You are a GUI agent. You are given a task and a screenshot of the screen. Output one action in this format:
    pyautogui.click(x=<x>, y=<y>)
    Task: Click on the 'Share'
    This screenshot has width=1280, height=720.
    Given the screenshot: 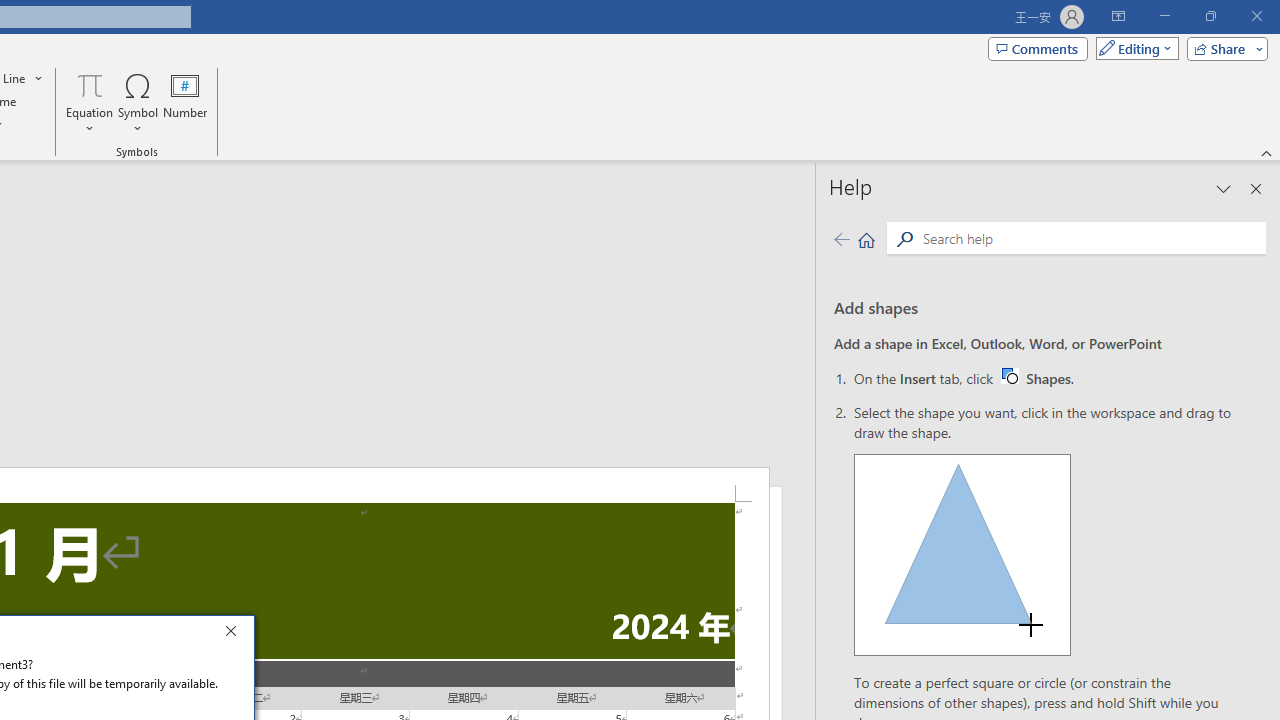 What is the action you would take?
    pyautogui.click(x=1222, y=47)
    